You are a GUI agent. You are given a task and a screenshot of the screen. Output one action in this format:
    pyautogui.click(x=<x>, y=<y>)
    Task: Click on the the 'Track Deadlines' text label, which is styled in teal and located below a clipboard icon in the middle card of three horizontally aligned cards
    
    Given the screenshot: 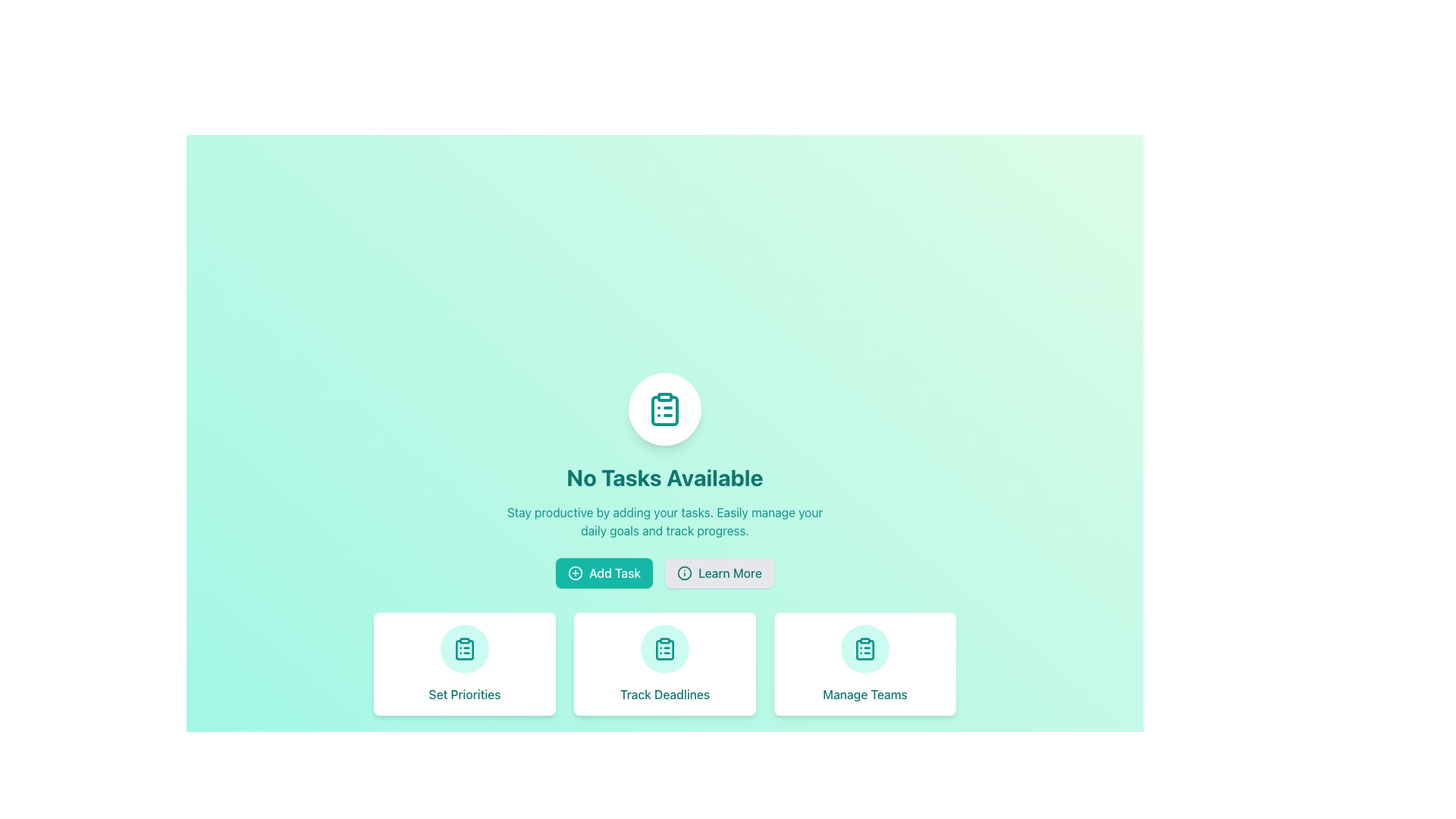 What is the action you would take?
    pyautogui.click(x=665, y=694)
    